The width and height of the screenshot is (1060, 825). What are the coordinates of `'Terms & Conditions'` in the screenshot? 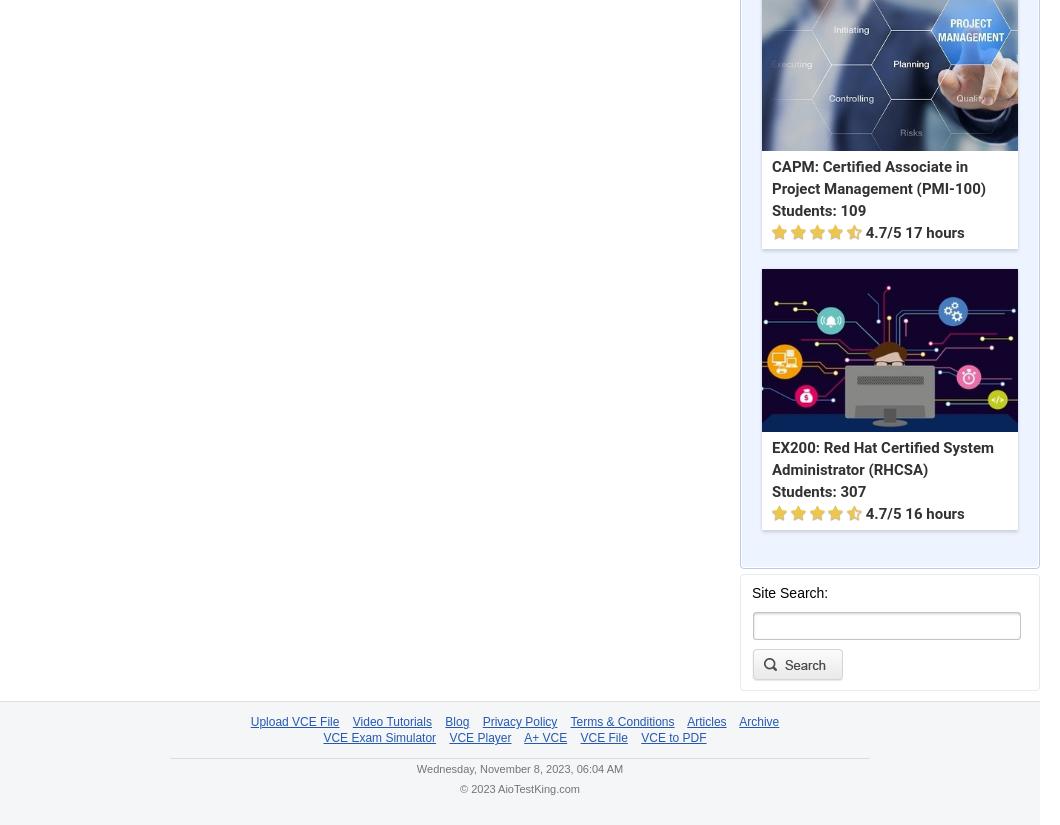 It's located at (569, 721).